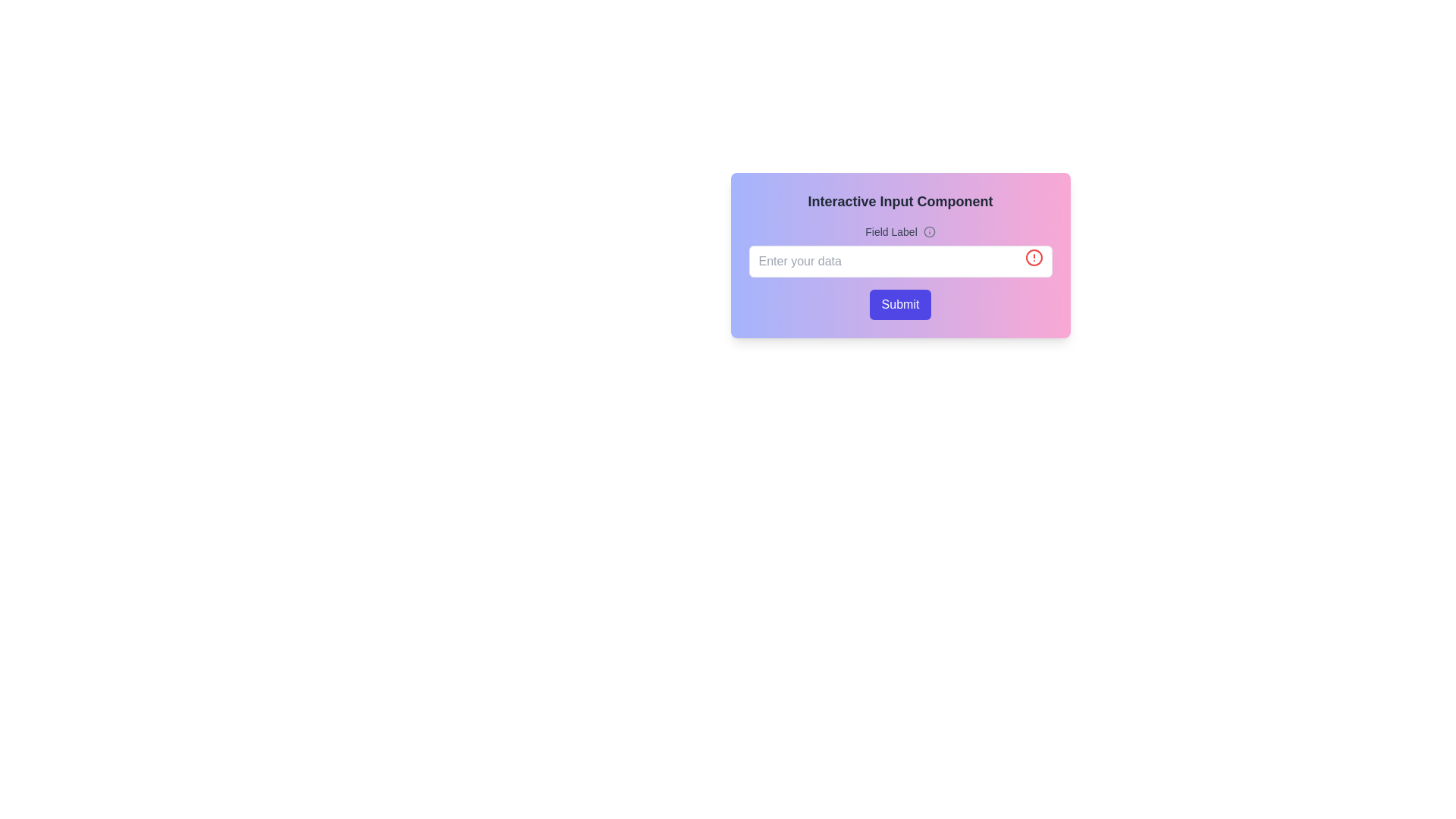 The height and width of the screenshot is (819, 1456). I want to click on the informational icon next to the 'Field Label' text, which is represented by a small 'Info' icon styled in light gray color, so click(900, 231).